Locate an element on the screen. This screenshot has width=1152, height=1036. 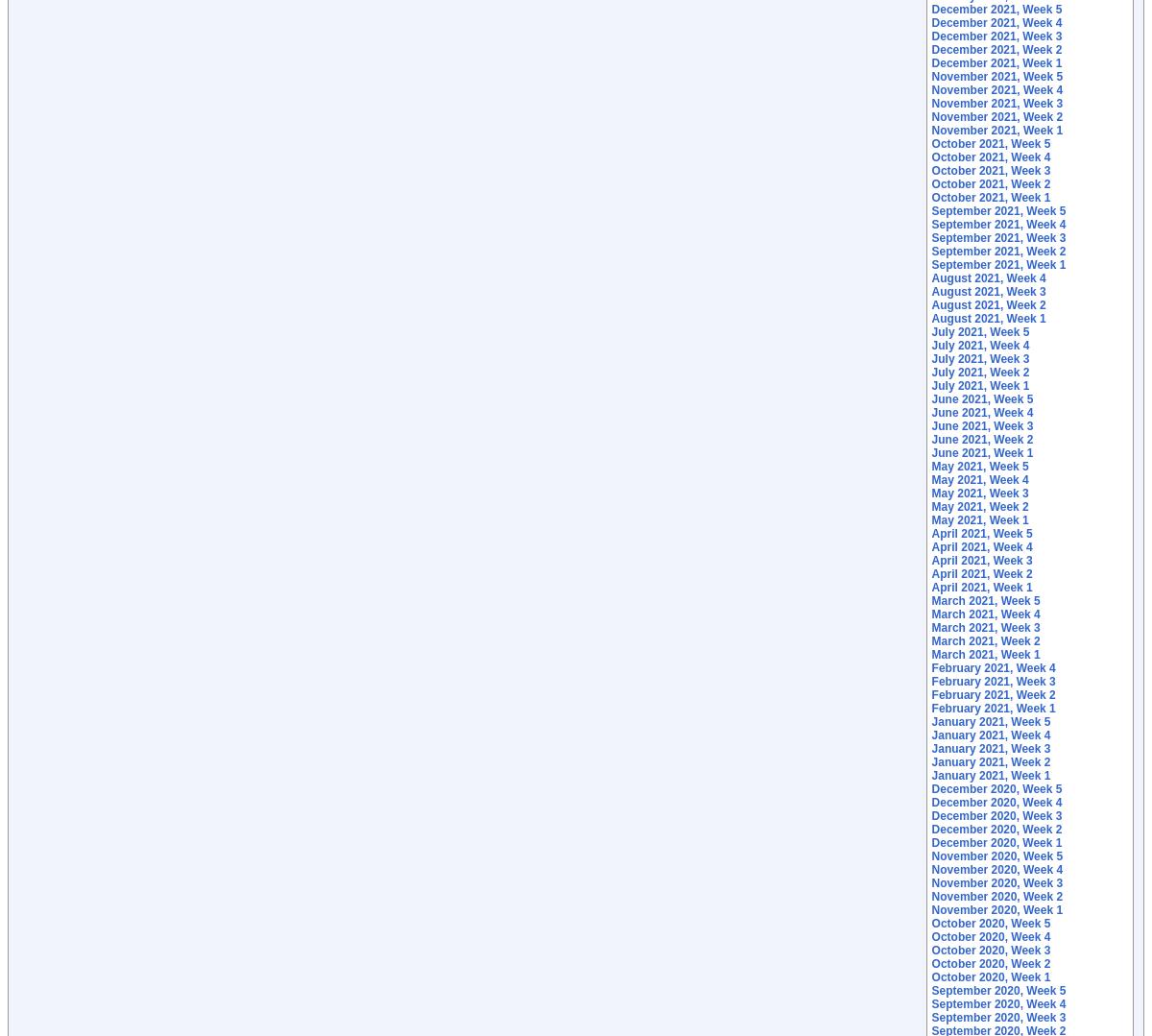
'April 2021, Week 3' is located at coordinates (981, 560).